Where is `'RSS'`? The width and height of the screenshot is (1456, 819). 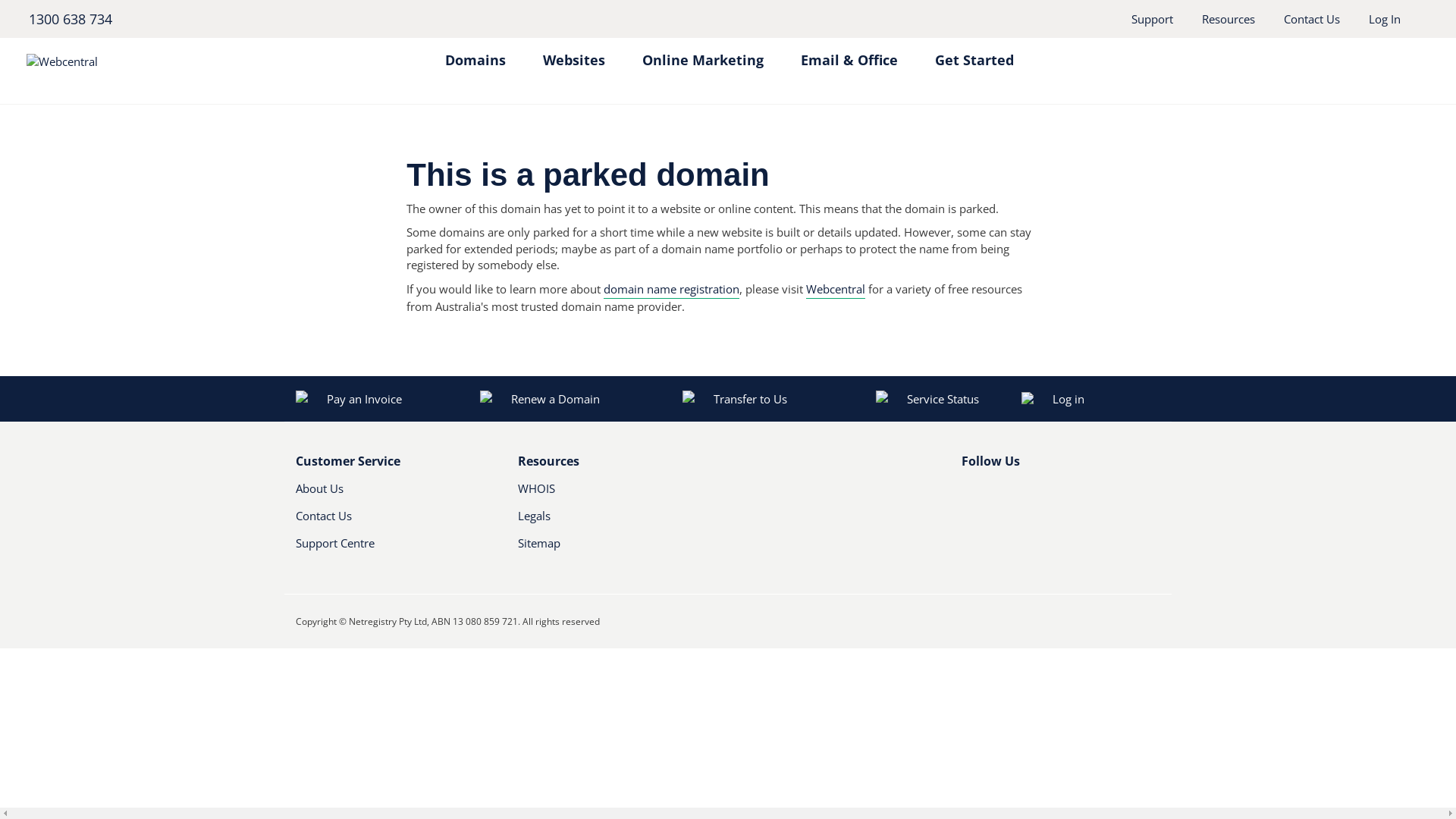
'RSS' is located at coordinates (1044, 494).